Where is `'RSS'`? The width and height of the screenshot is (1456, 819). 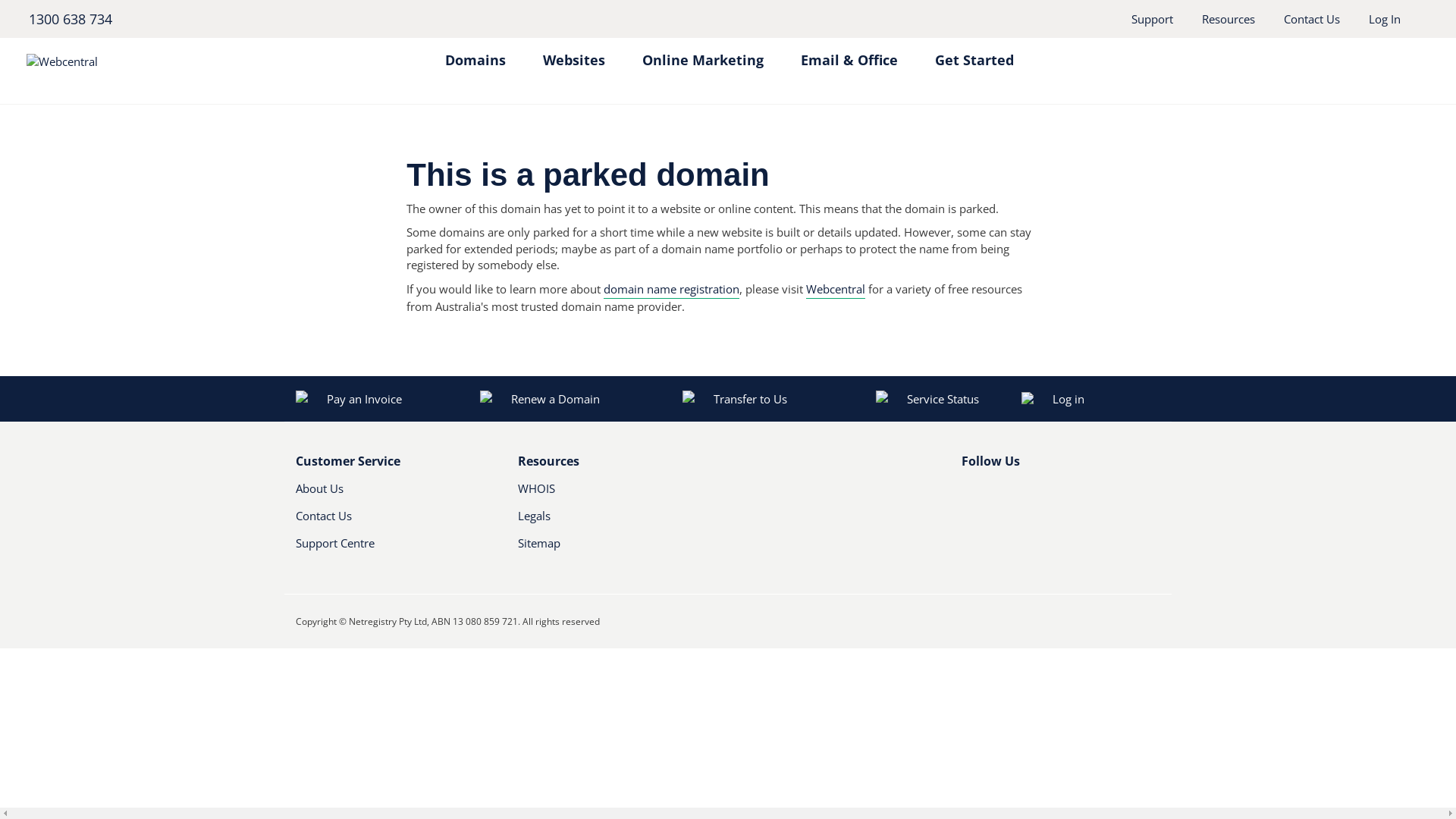
'RSS' is located at coordinates (1044, 494).